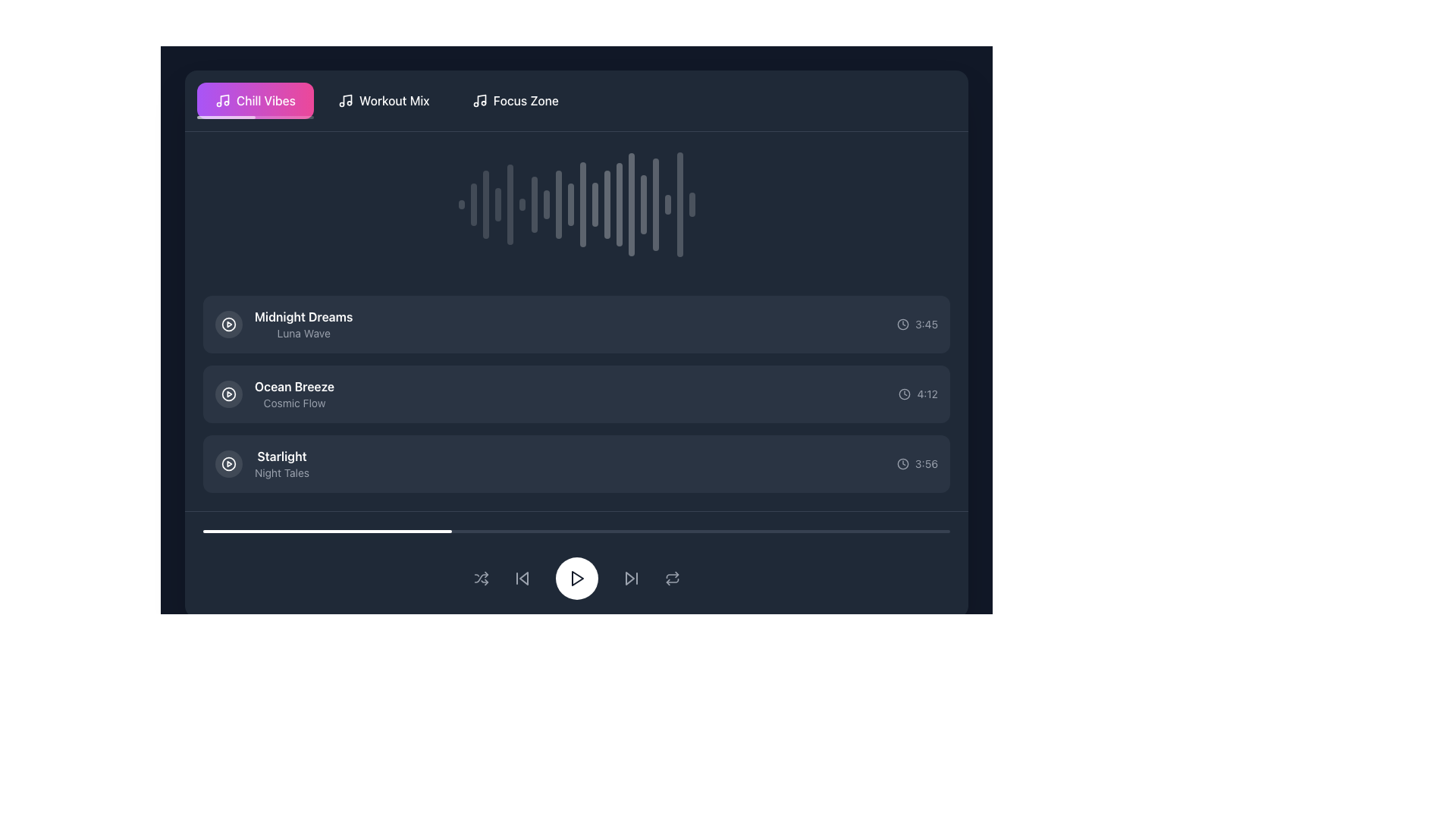  I want to click on the static informational label displaying the time '4:12' with a clock icon, located to the far right of the 'Ocean Breeze' song entry in a vertically stacked list of songs, so click(918, 394).